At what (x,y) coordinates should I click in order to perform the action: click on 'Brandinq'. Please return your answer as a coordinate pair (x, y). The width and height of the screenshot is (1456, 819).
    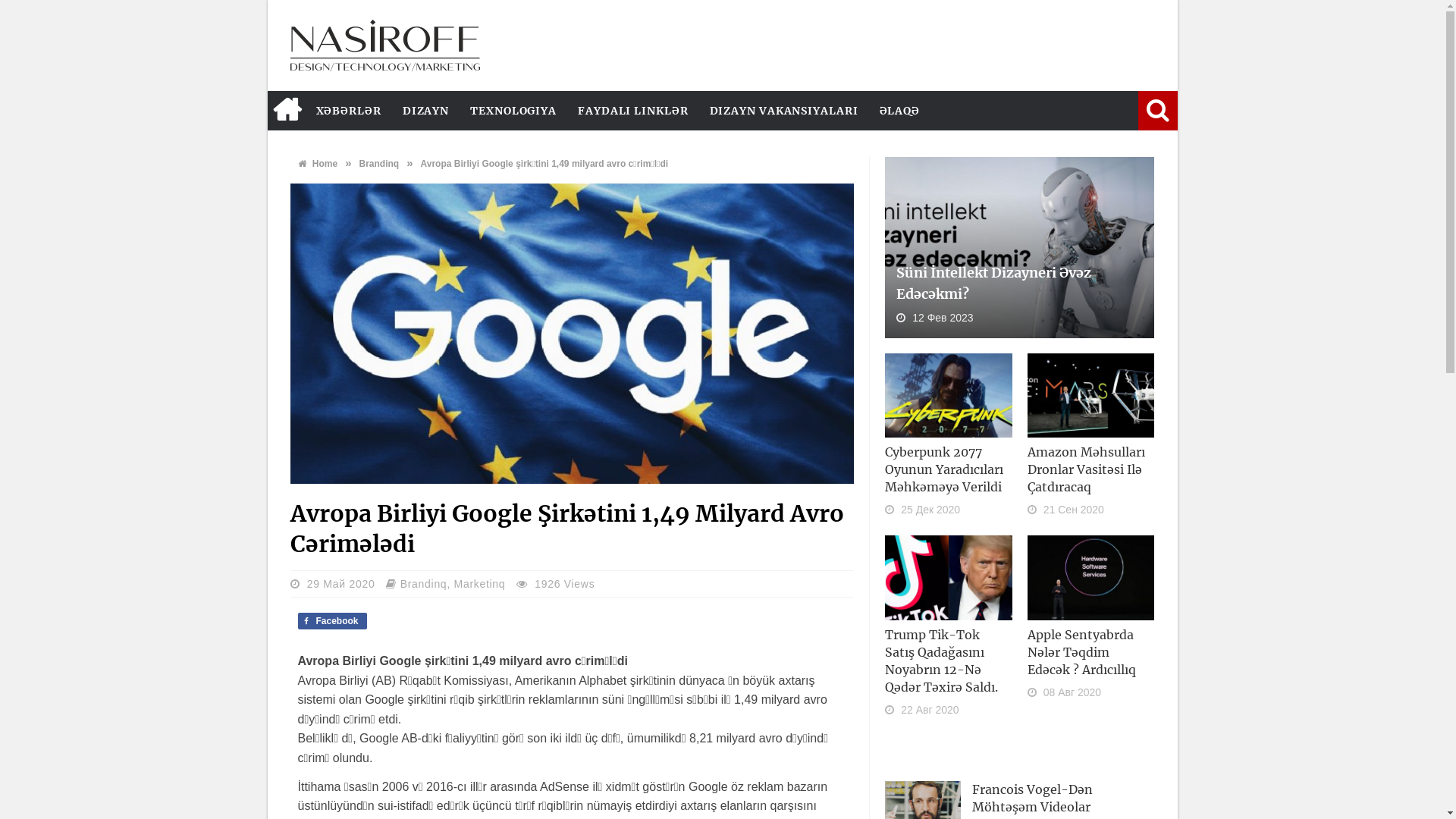
    Looking at the image, I should click on (379, 164).